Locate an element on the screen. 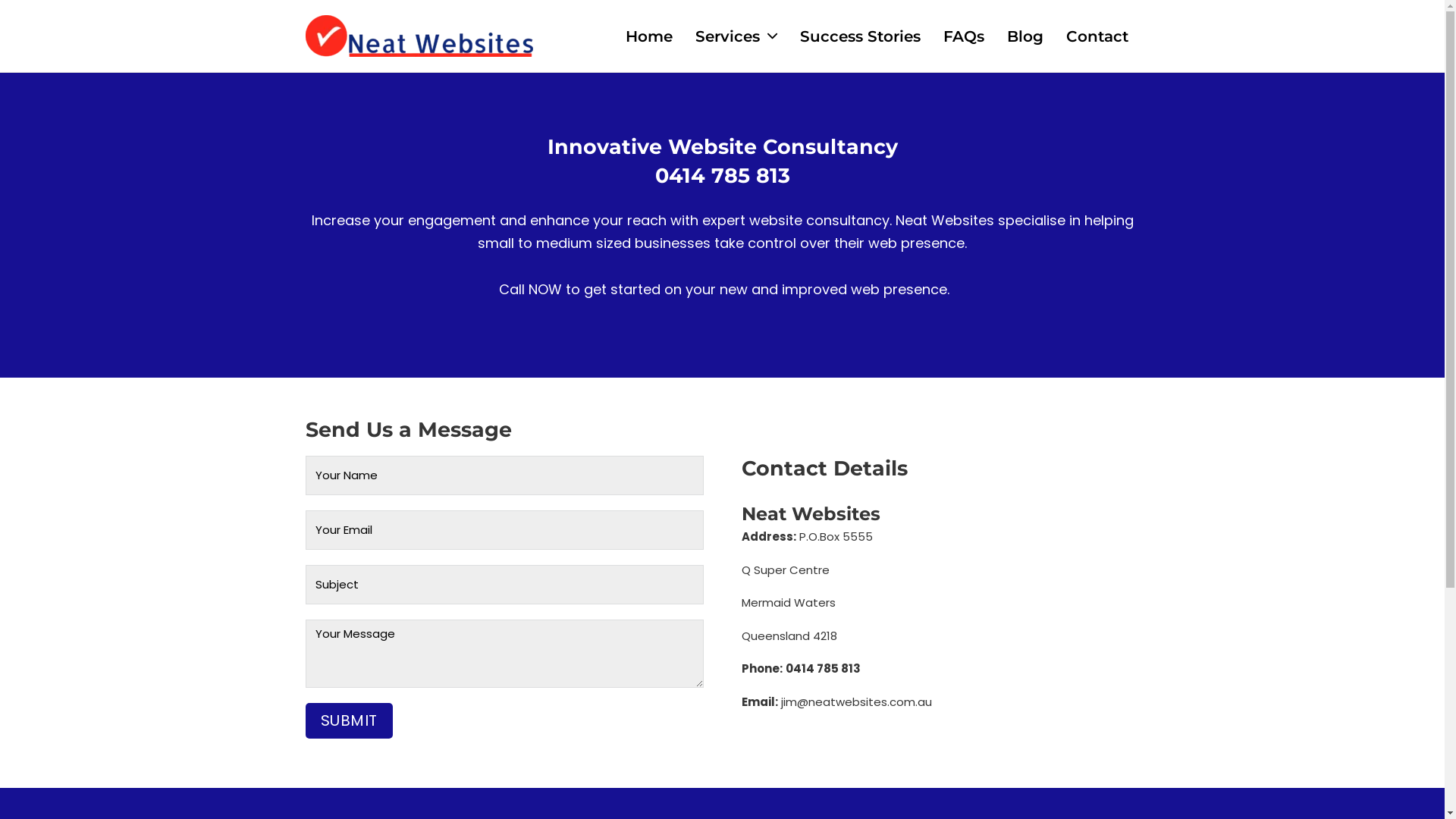 The width and height of the screenshot is (1456, 819). 'Contact' is located at coordinates (1097, 34).